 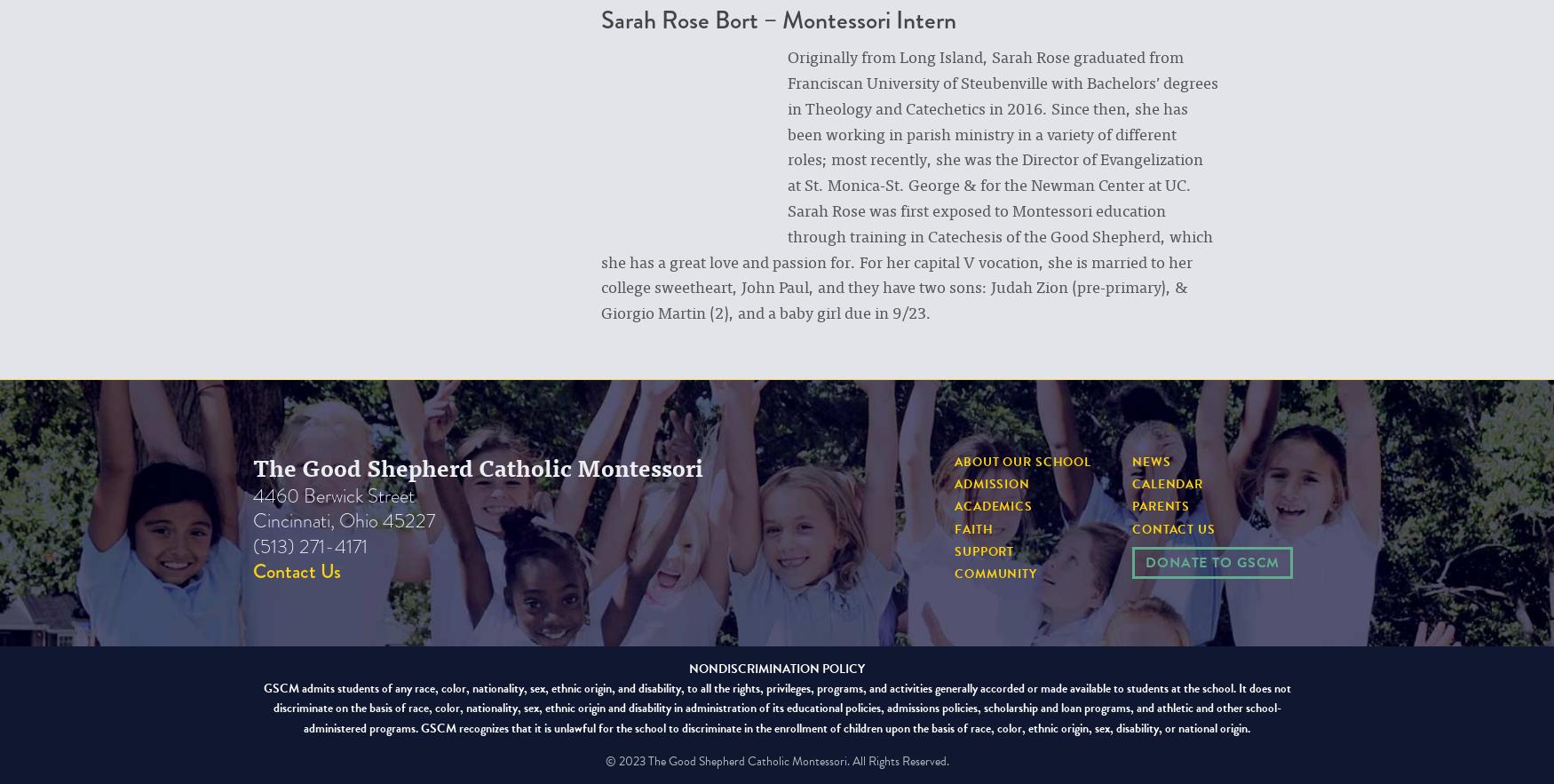 What do you see at coordinates (477, 465) in the screenshot?
I see `'The Good Shepherd Catholic Montessori'` at bounding box center [477, 465].